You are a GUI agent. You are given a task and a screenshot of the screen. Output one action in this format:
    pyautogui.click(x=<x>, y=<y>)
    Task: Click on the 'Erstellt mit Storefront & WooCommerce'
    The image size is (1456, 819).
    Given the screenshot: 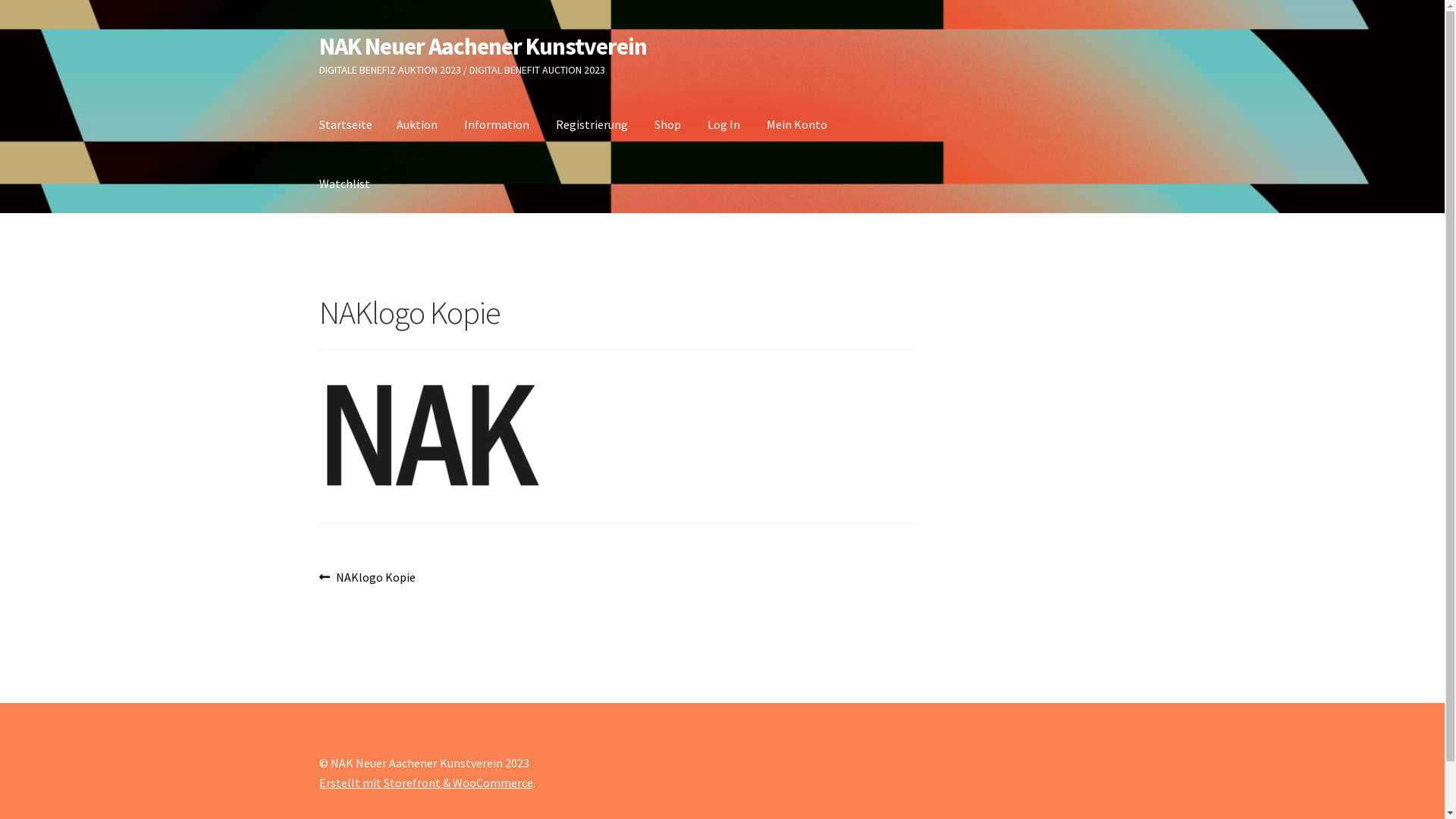 What is the action you would take?
    pyautogui.click(x=425, y=783)
    